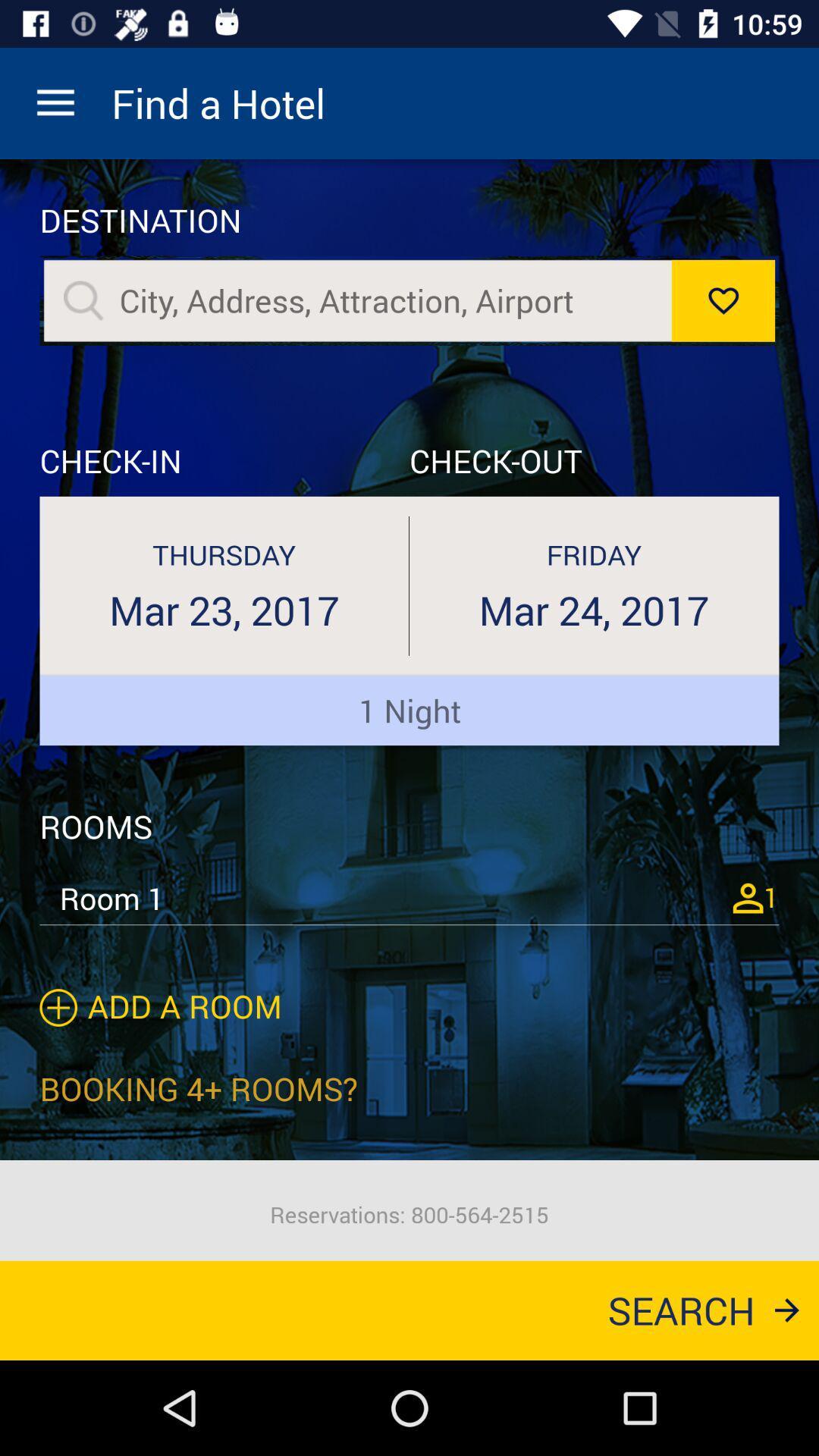 This screenshot has height=1456, width=819. What do you see at coordinates (387, 300) in the screenshot?
I see `search option` at bounding box center [387, 300].